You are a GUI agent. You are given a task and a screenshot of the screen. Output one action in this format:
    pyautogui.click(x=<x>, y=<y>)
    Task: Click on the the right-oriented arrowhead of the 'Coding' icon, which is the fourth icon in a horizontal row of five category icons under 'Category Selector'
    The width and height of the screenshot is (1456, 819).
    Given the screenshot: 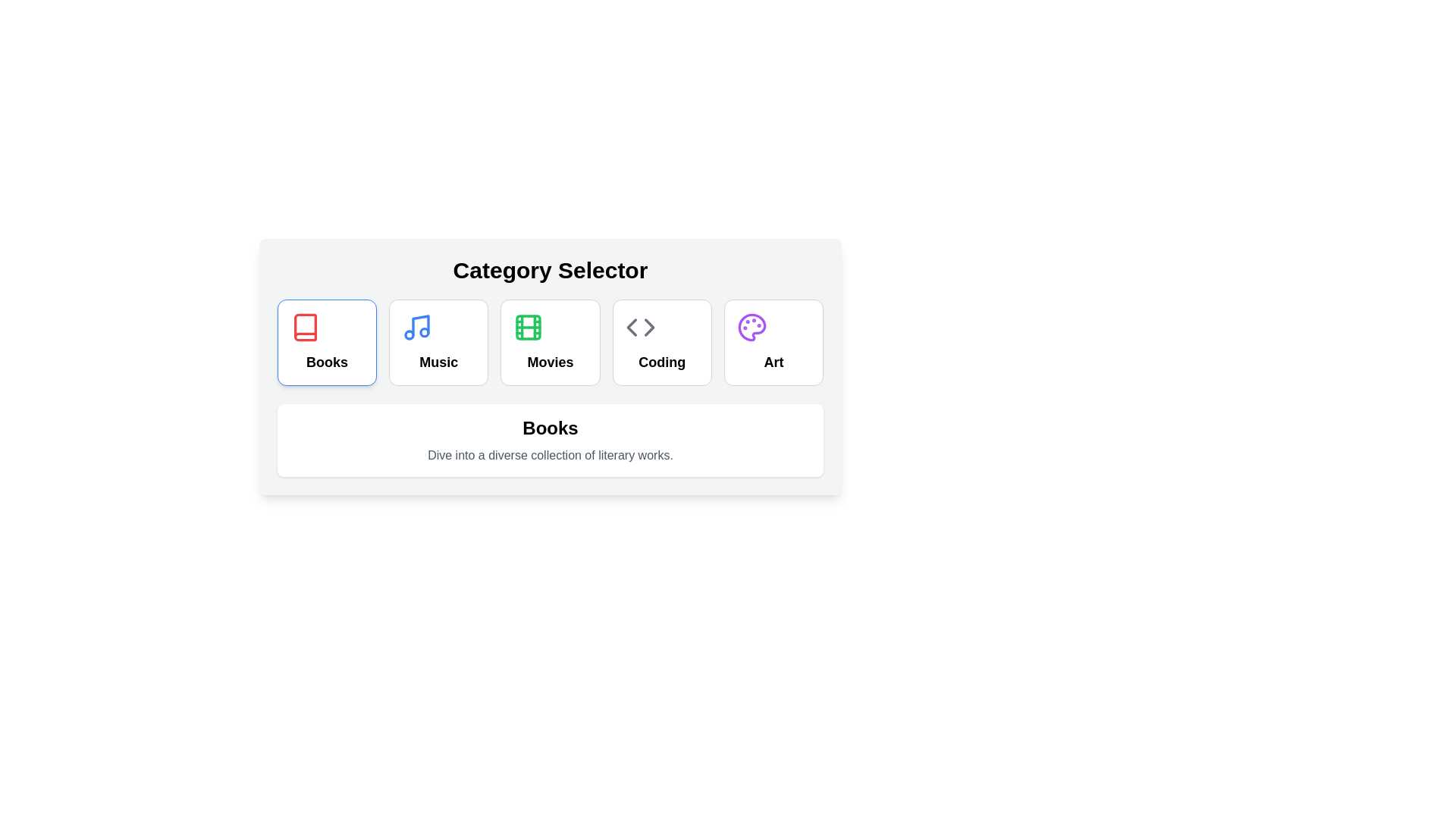 What is the action you would take?
    pyautogui.click(x=649, y=327)
    